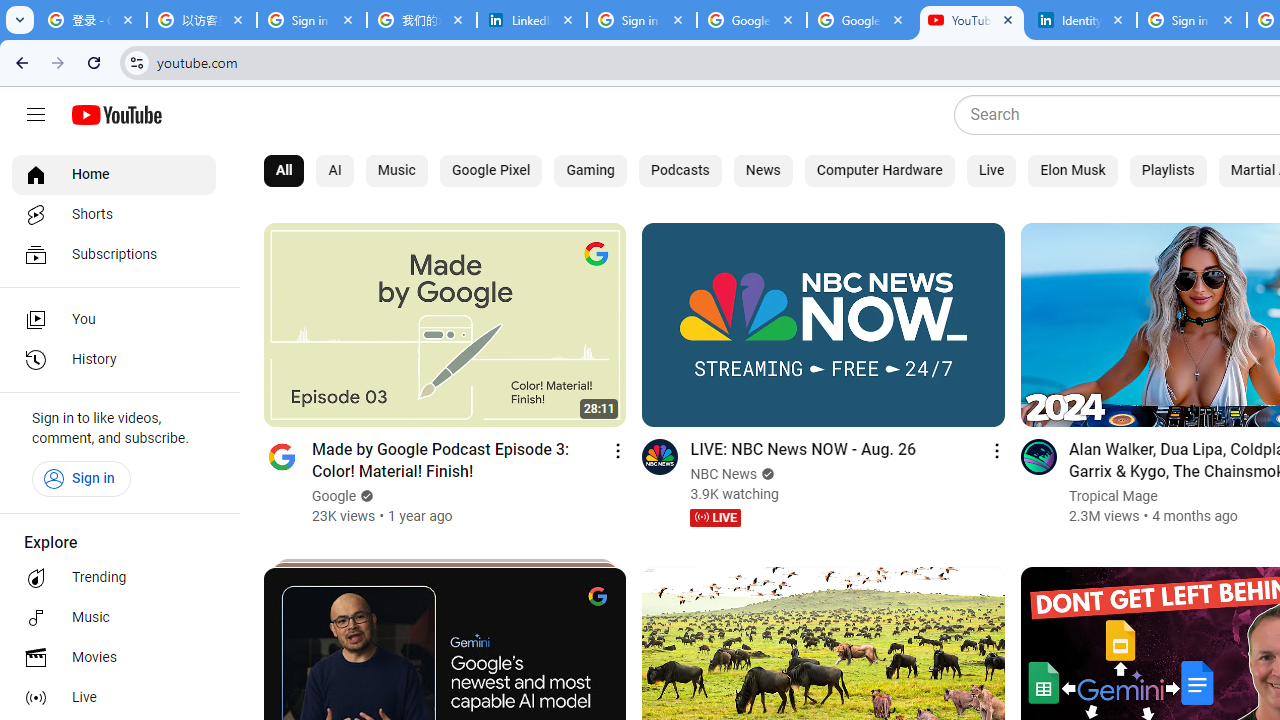 Image resolution: width=1280 pixels, height=720 pixels. What do you see at coordinates (112, 360) in the screenshot?
I see `'History'` at bounding box center [112, 360].